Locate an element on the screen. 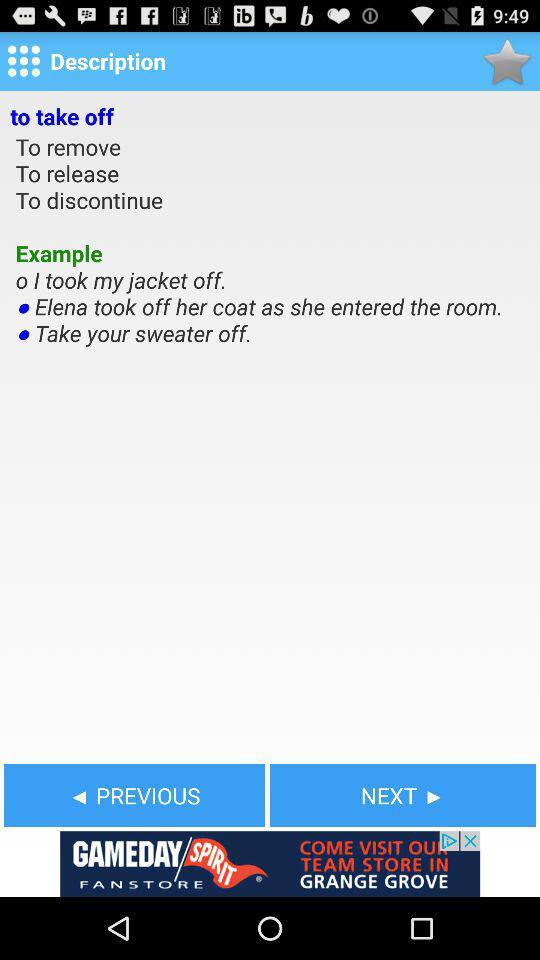 This screenshot has width=540, height=960. star description is located at coordinates (507, 61).